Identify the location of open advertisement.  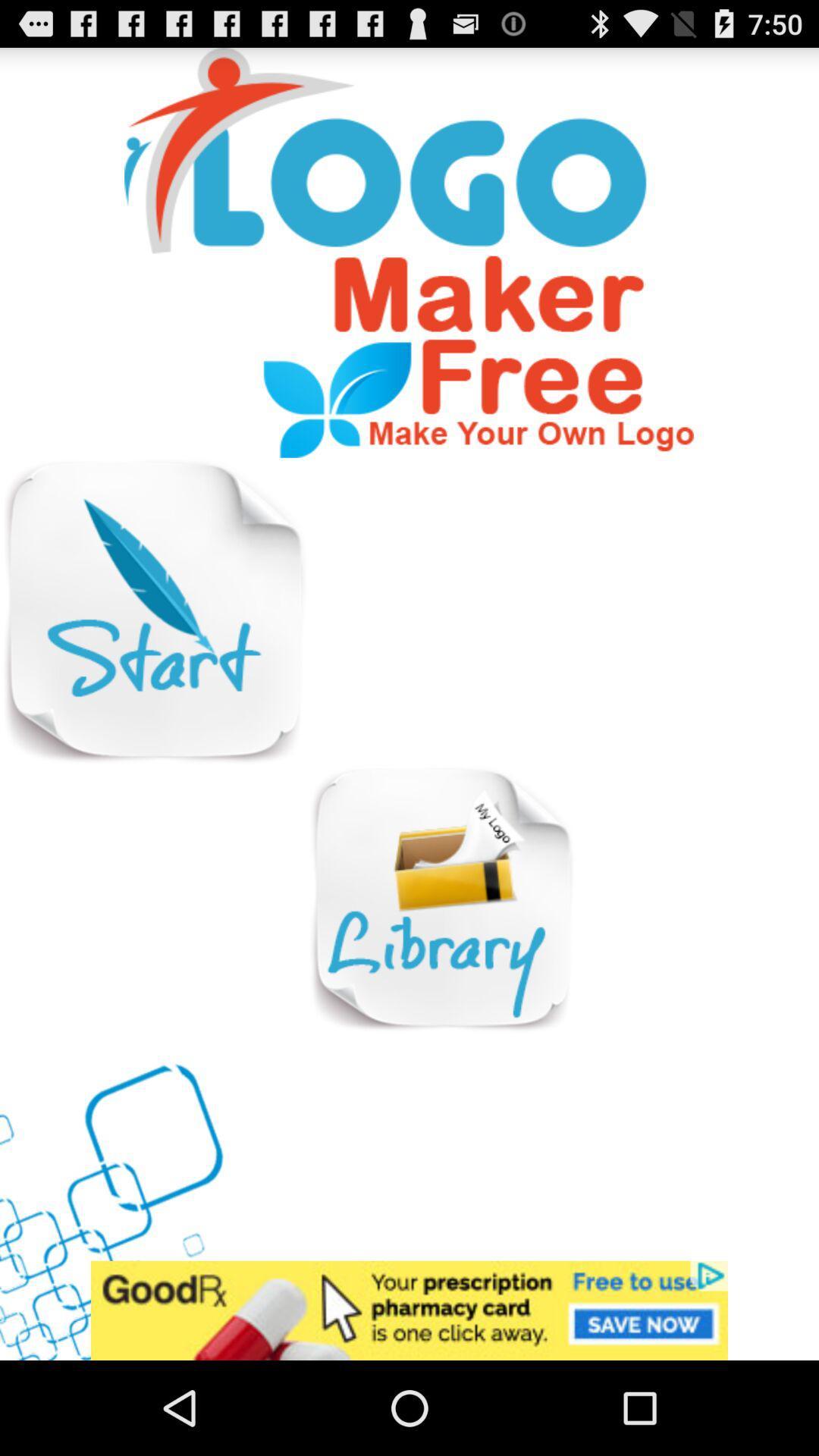
(409, 1310).